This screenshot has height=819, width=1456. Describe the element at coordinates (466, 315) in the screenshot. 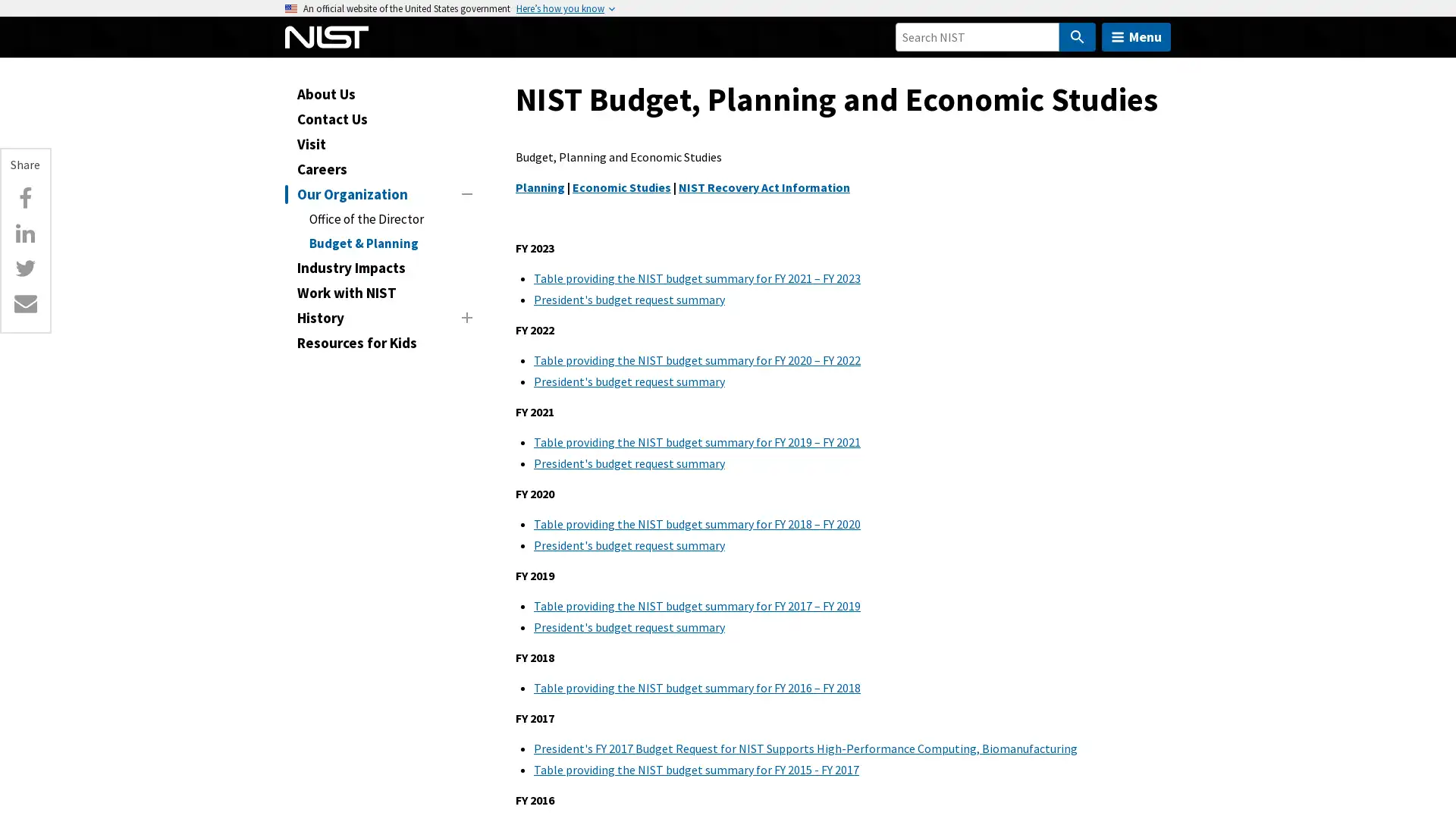

I see `Expand or Collapse` at that location.